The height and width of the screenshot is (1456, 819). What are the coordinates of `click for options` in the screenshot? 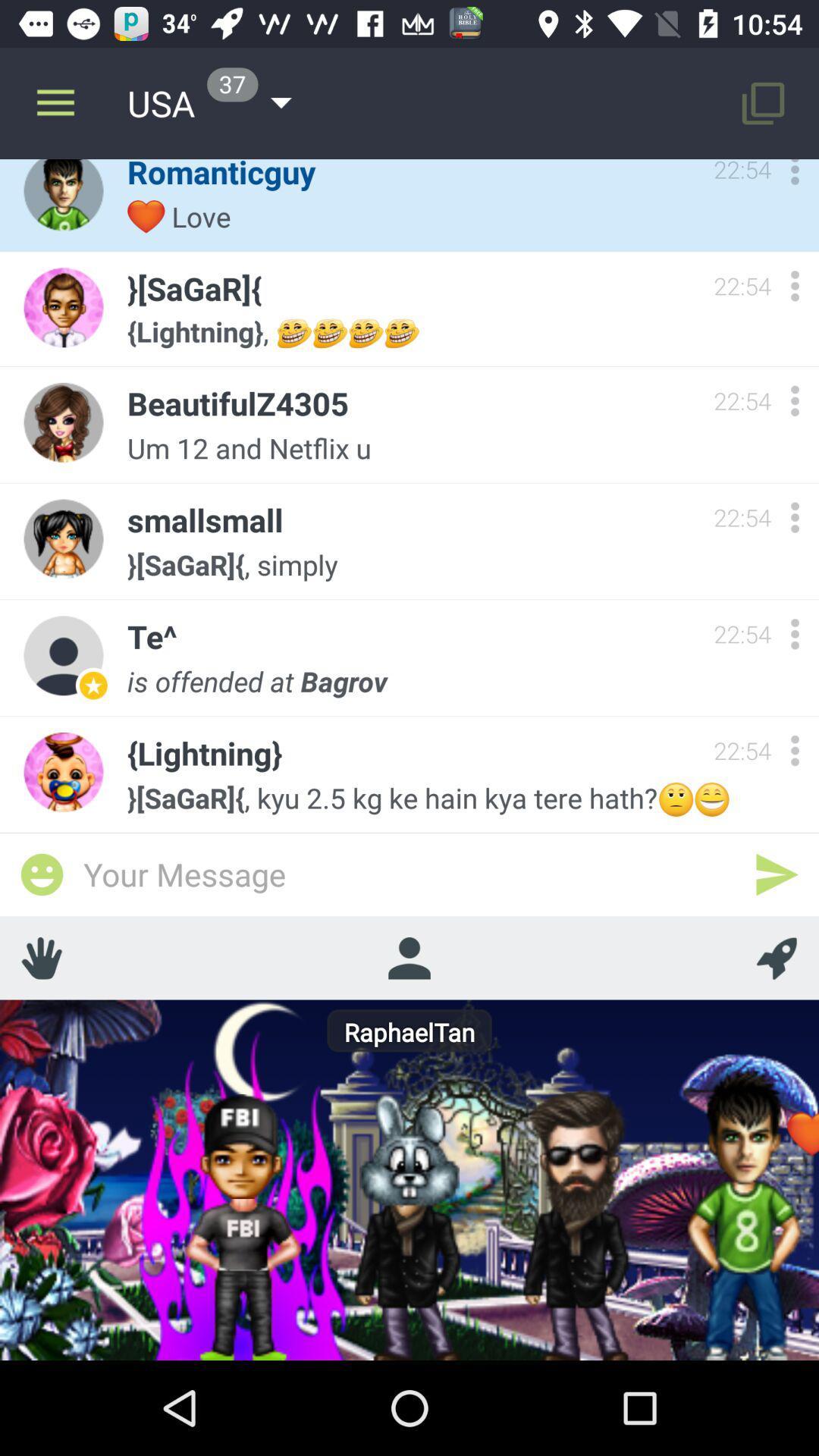 It's located at (794, 517).